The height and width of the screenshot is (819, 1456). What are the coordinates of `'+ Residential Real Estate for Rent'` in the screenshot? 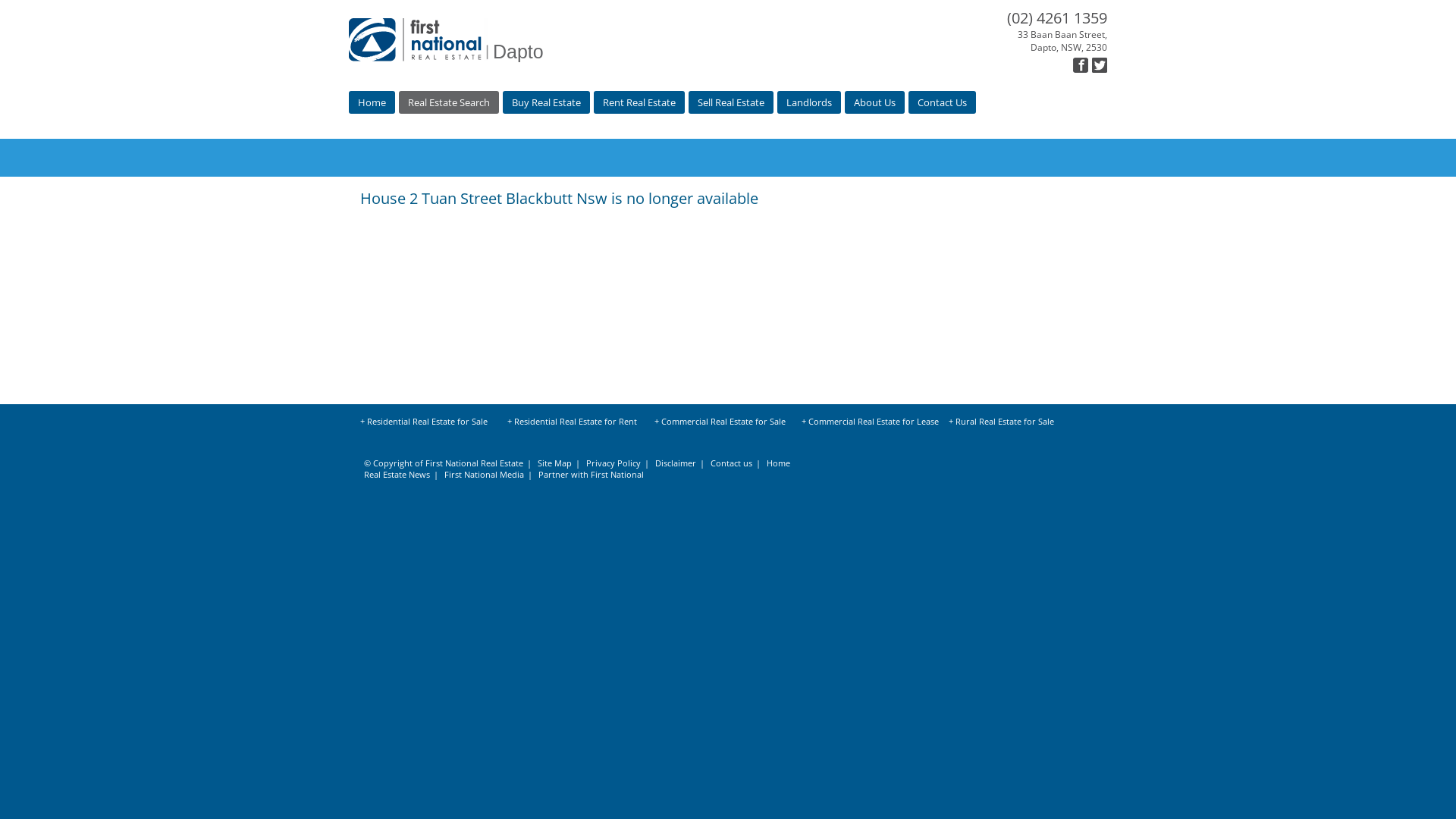 It's located at (576, 423).